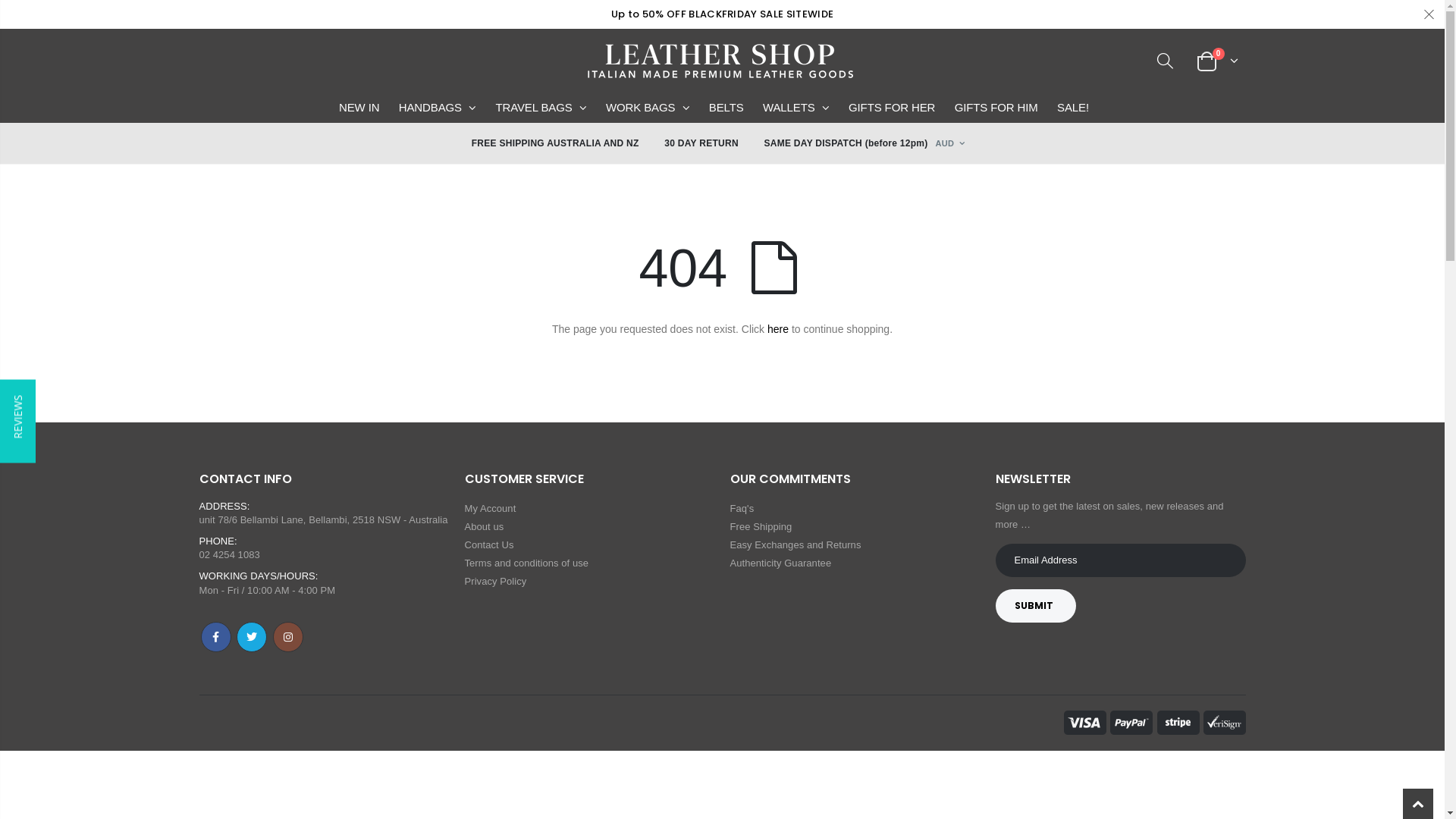 The image size is (1456, 819). What do you see at coordinates (548, 102) in the screenshot?
I see `'TRAVEL BAGS'` at bounding box center [548, 102].